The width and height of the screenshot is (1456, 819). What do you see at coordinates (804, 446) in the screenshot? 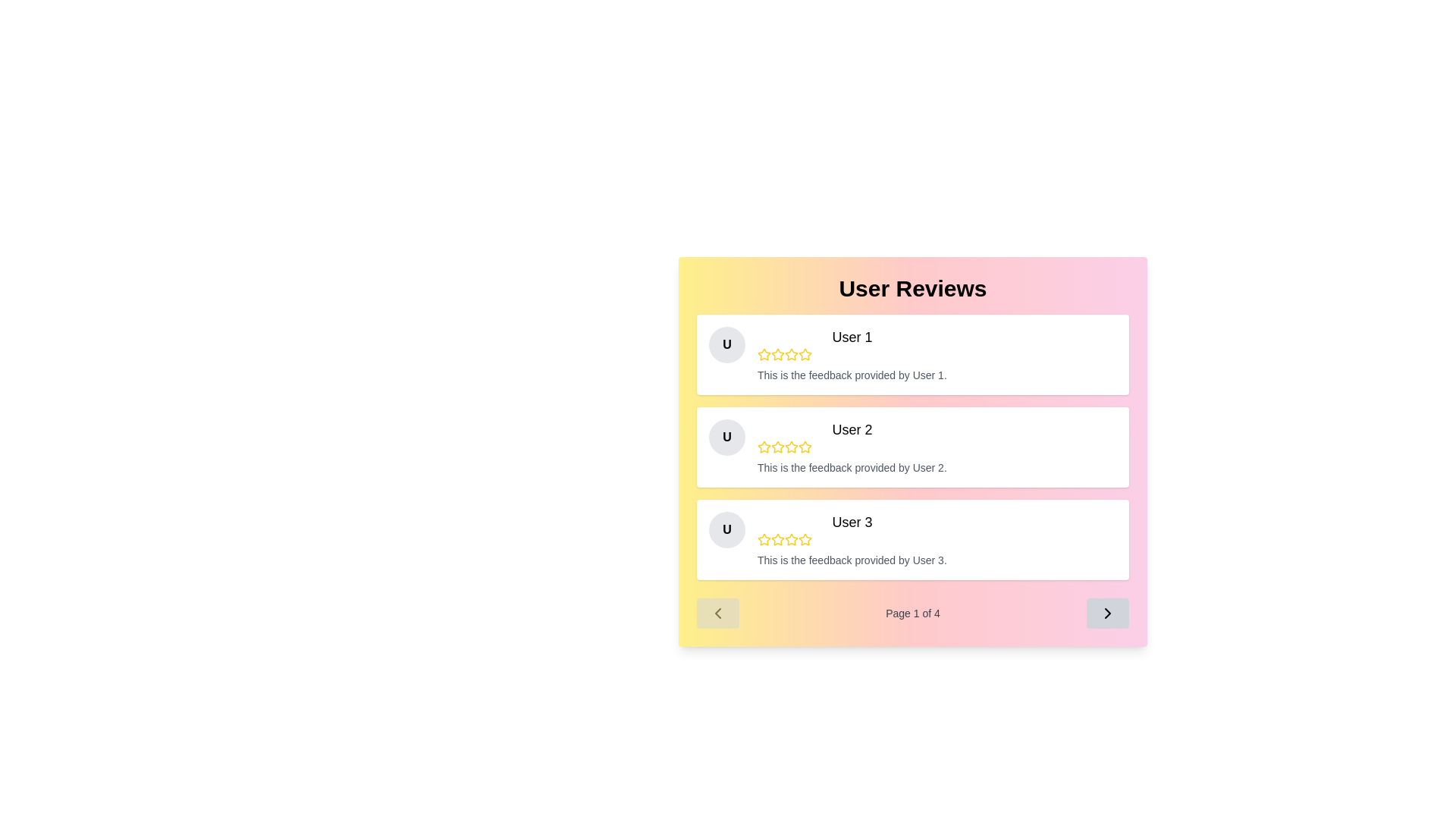
I see `the second star in the five-star rating system located next to the 'User 2' feedback card to interact with the rating system` at bounding box center [804, 446].